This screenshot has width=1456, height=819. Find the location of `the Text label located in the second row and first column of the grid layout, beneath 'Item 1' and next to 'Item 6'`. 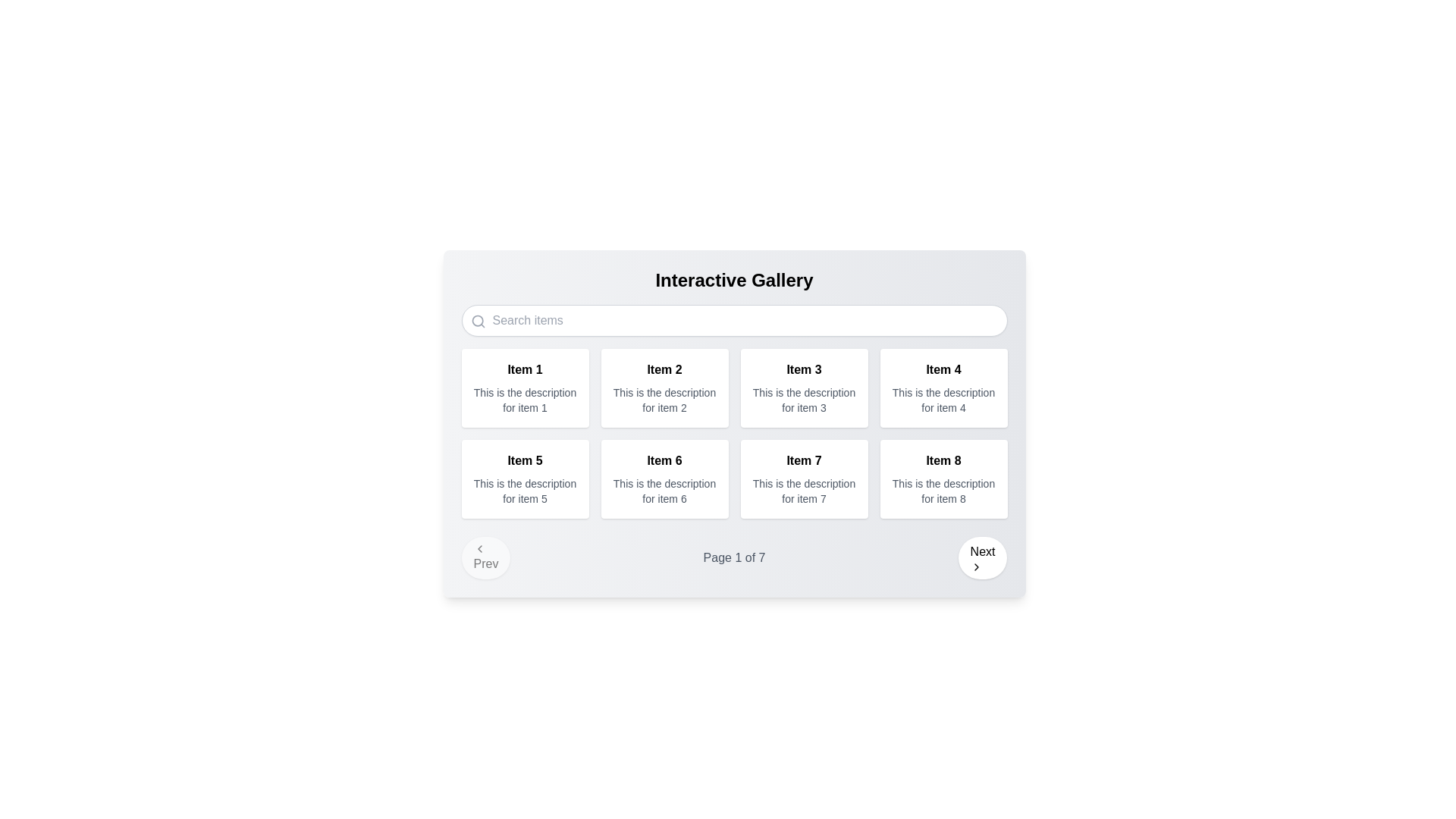

the Text label located in the second row and first column of the grid layout, beneath 'Item 1' and next to 'Item 6' is located at coordinates (525, 460).